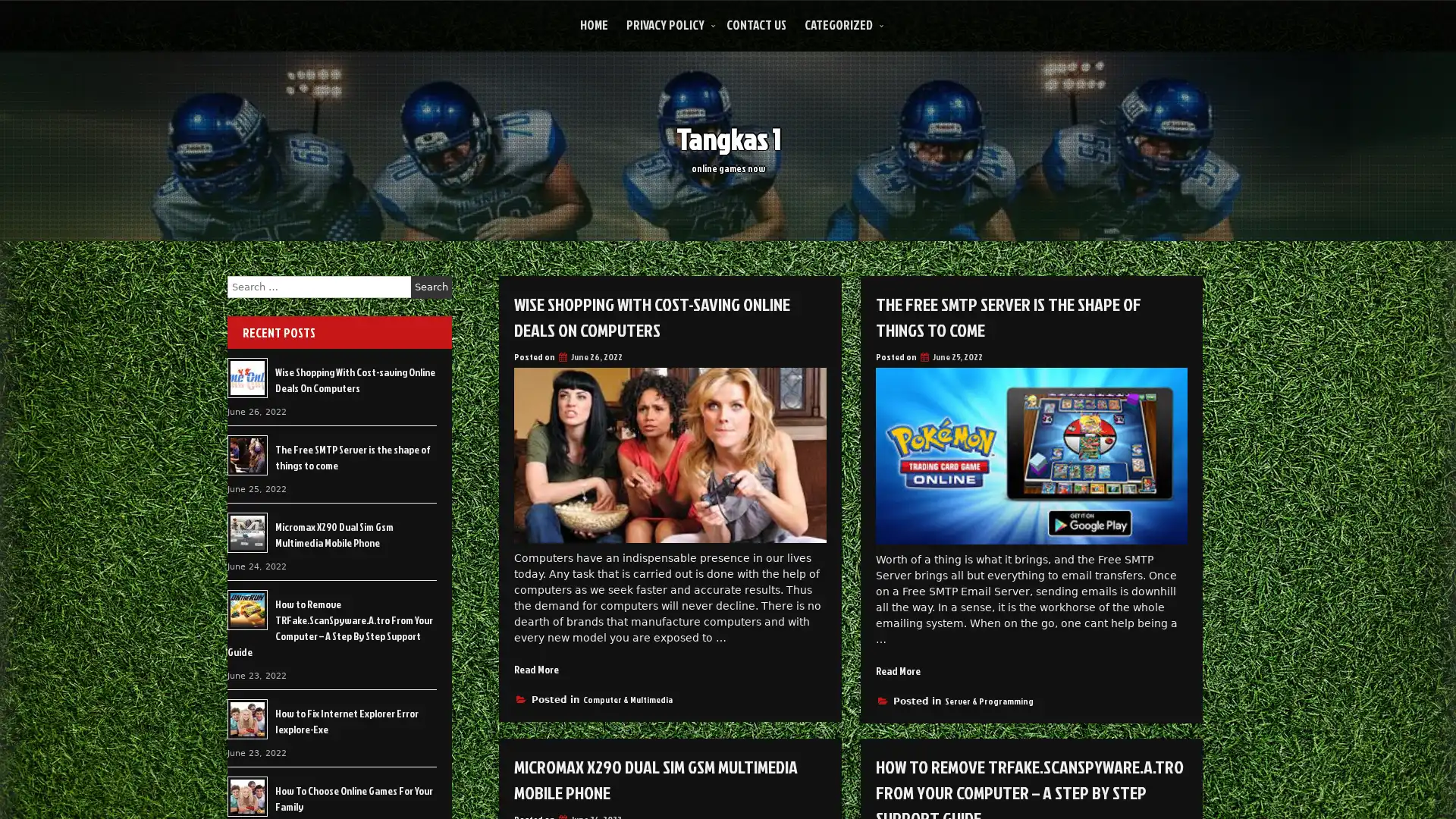 The image size is (1456, 819). I want to click on Search, so click(431, 287).